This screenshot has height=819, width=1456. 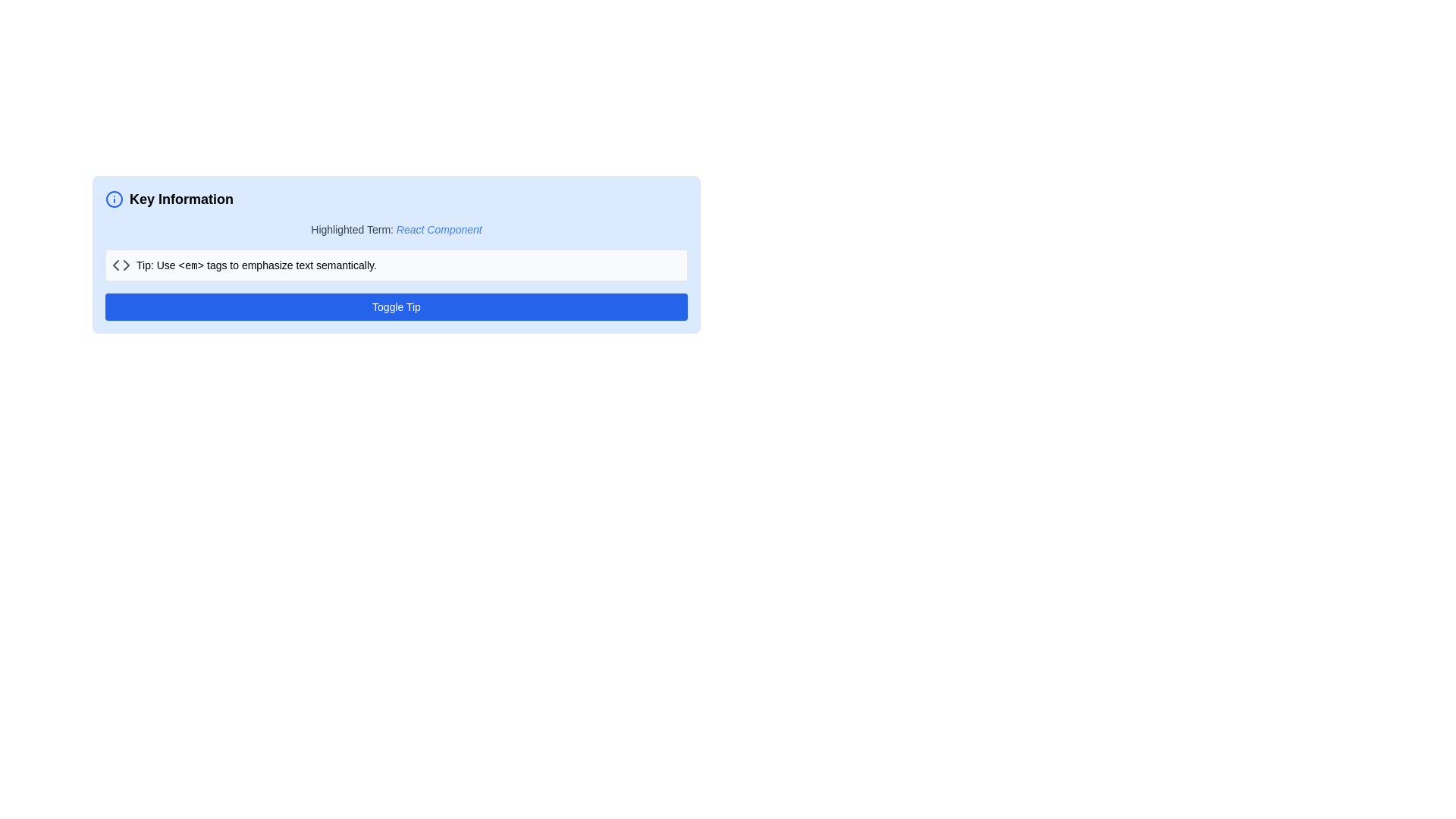 What do you see at coordinates (120, 265) in the screenshot?
I see `the coding tips icon located on the left side of the horizontal group, preceding the text message starting with 'Tip: Use <em>'` at bounding box center [120, 265].